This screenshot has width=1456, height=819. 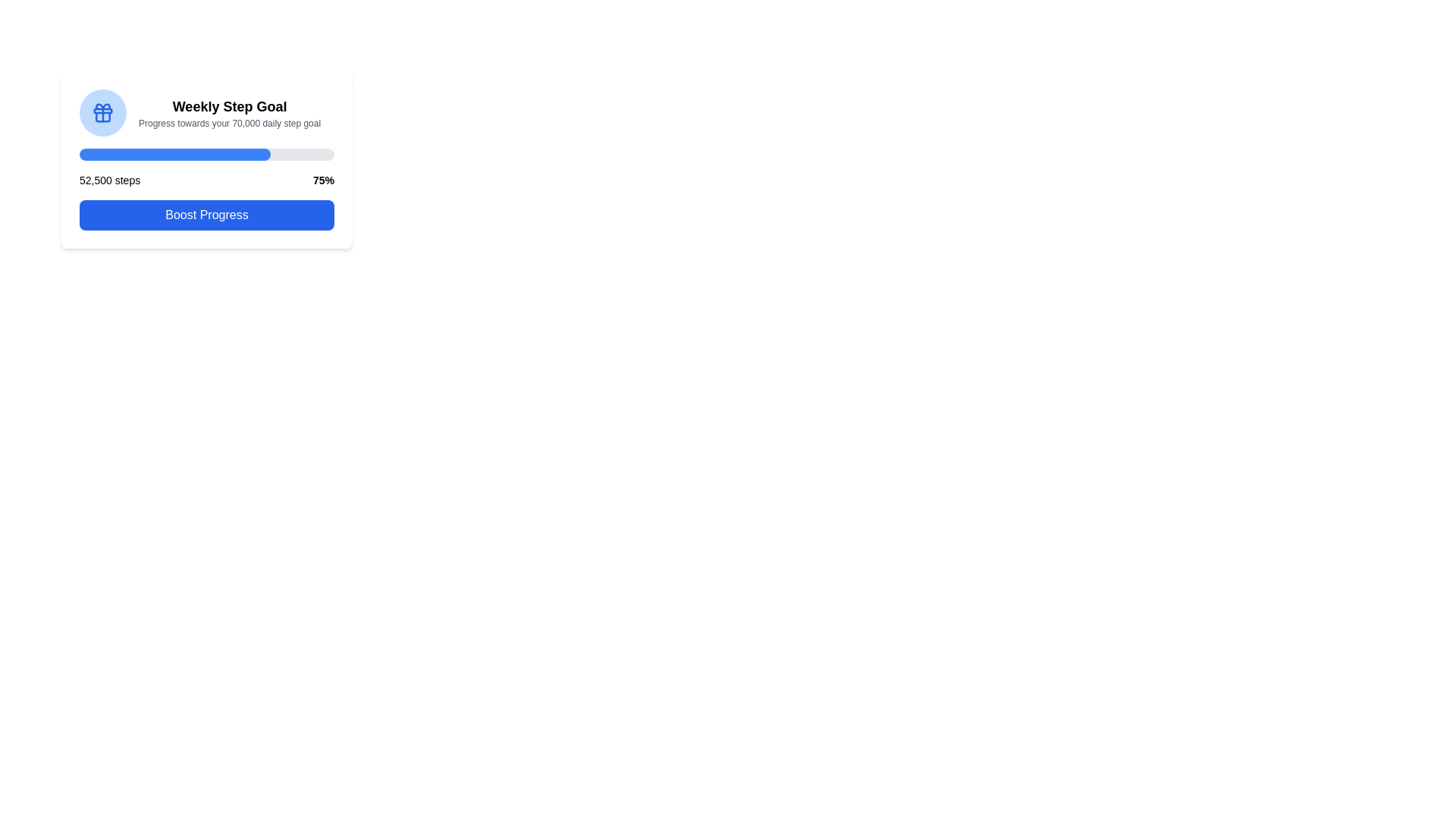 What do you see at coordinates (174, 155) in the screenshot?
I see `the blue progress bar that visually represents a completion status, positioned centrally below the 'Weekly Step Goal' text` at bounding box center [174, 155].